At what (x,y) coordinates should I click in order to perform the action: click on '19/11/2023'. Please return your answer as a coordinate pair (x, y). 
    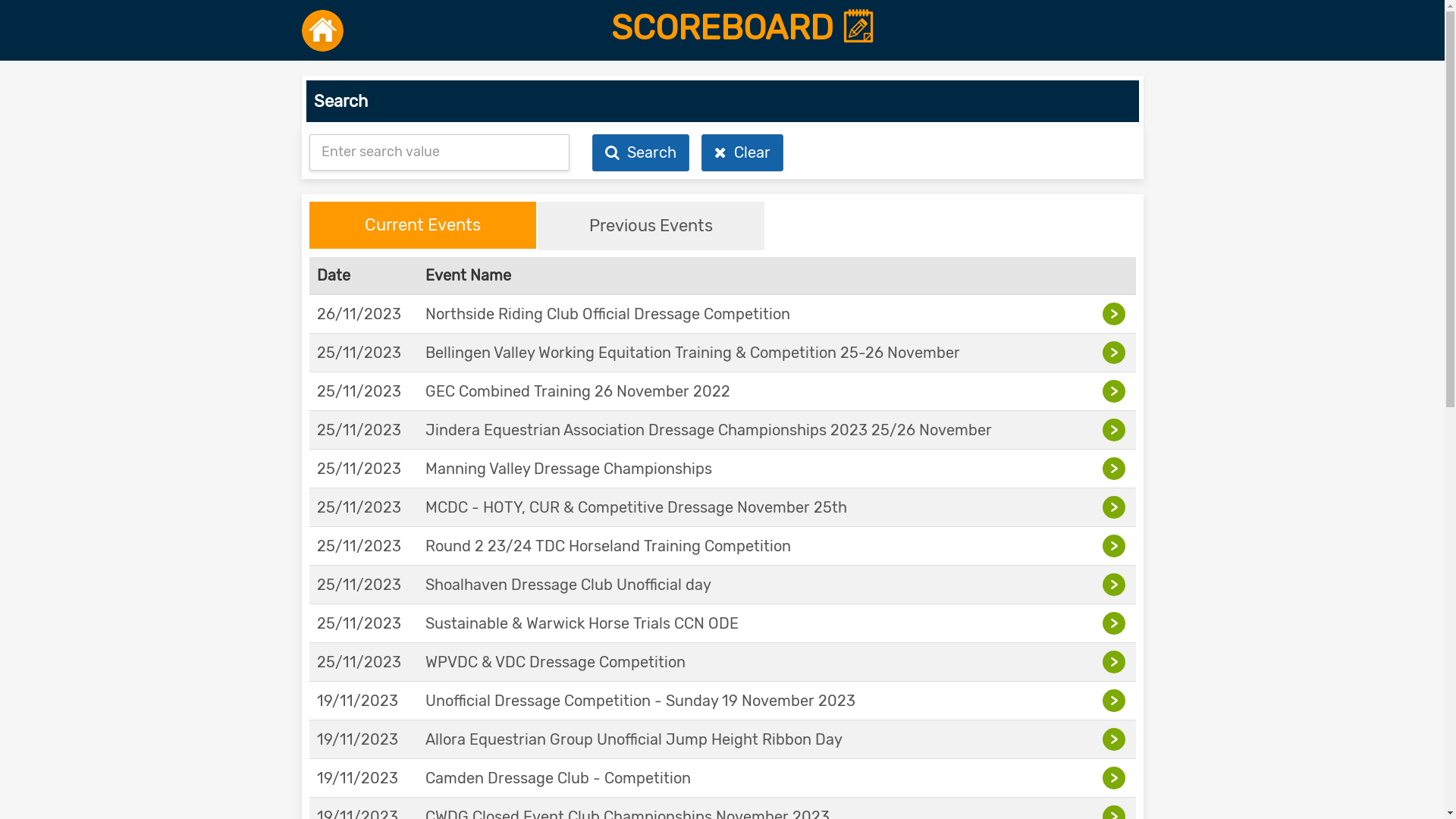
    Looking at the image, I should click on (356, 739).